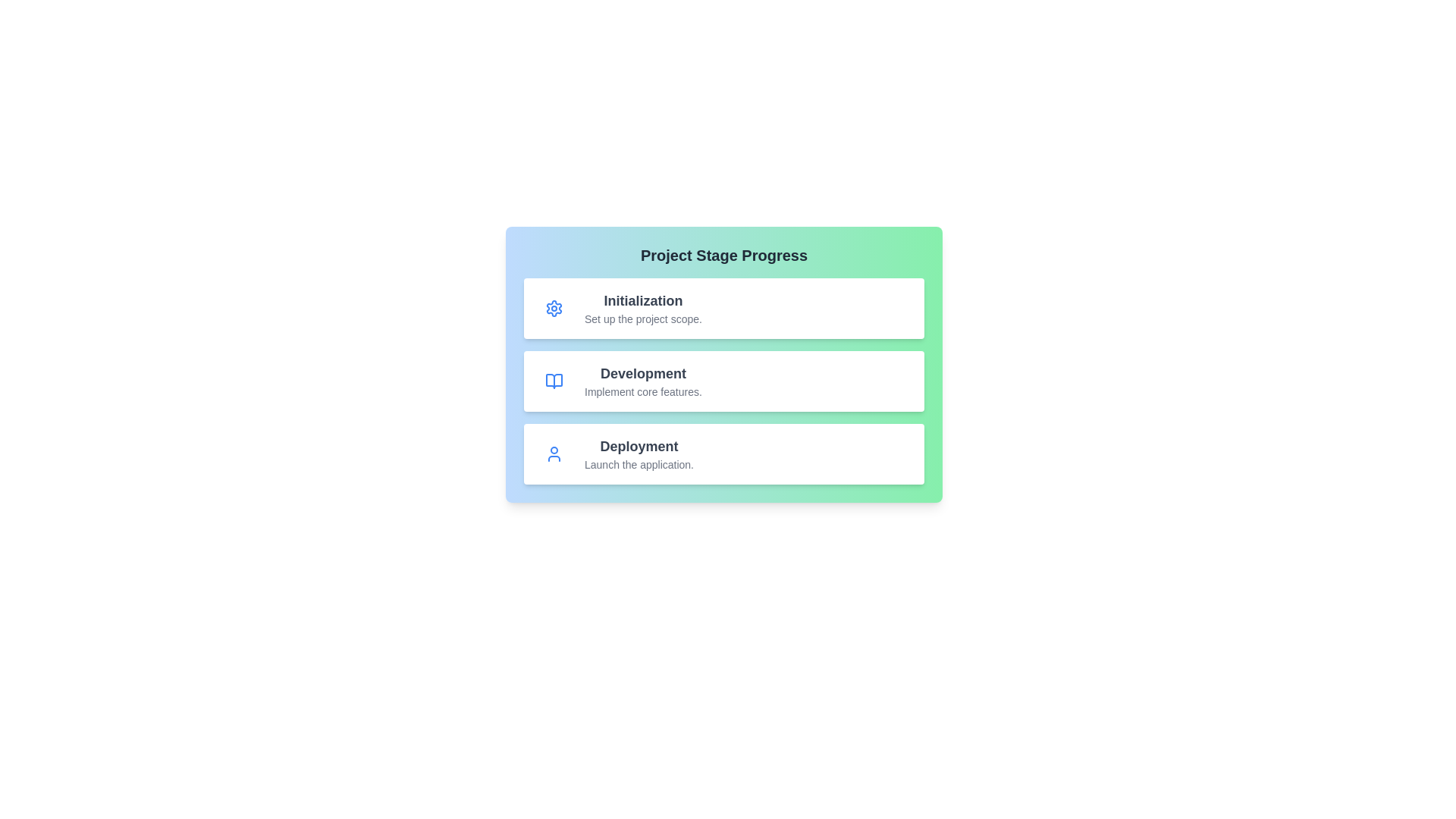 This screenshot has height=819, width=1456. I want to click on text from the Text block labeled 'Deployment' which contains the heading and subtitle, positioned as the third entry in a vertical list, so click(639, 453).